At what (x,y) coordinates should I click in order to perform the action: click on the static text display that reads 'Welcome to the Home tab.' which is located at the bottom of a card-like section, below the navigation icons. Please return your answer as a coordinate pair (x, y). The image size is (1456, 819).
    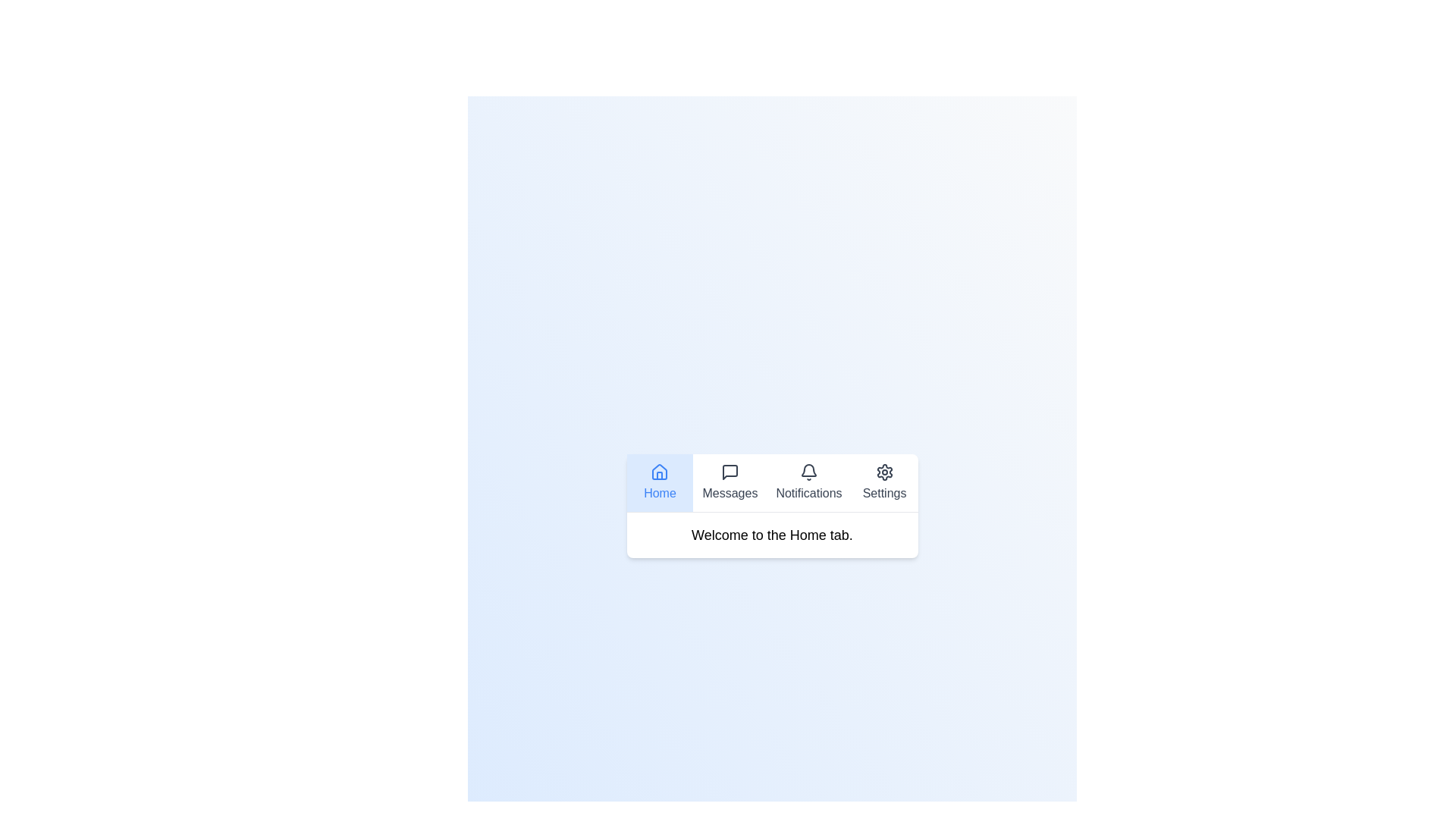
    Looking at the image, I should click on (772, 534).